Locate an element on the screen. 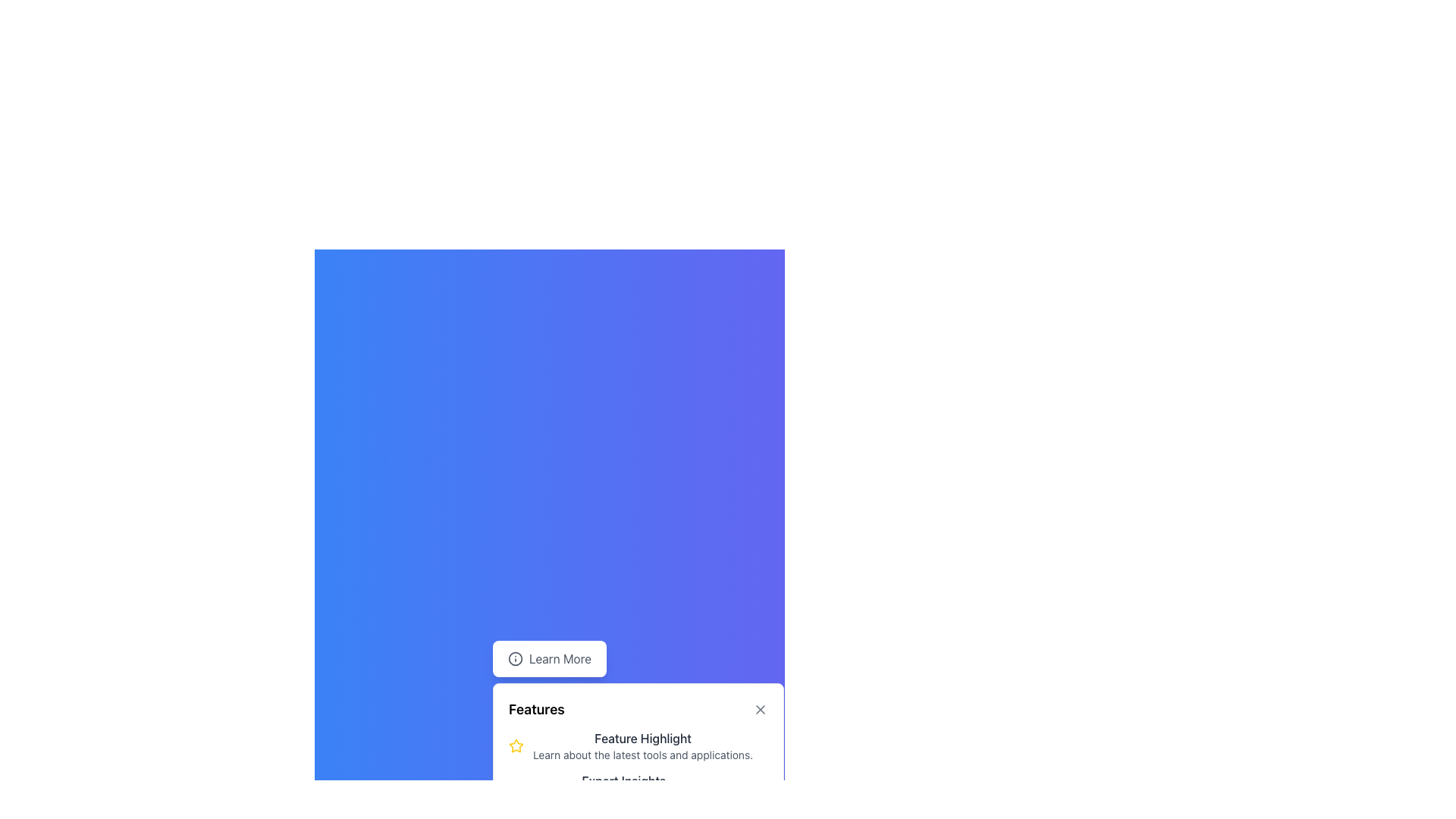 The width and height of the screenshot is (1456, 819). the informational component located in the 'Features' section, which includes an icon and text, positioned above the 'Expert Insights' item is located at coordinates (638, 745).